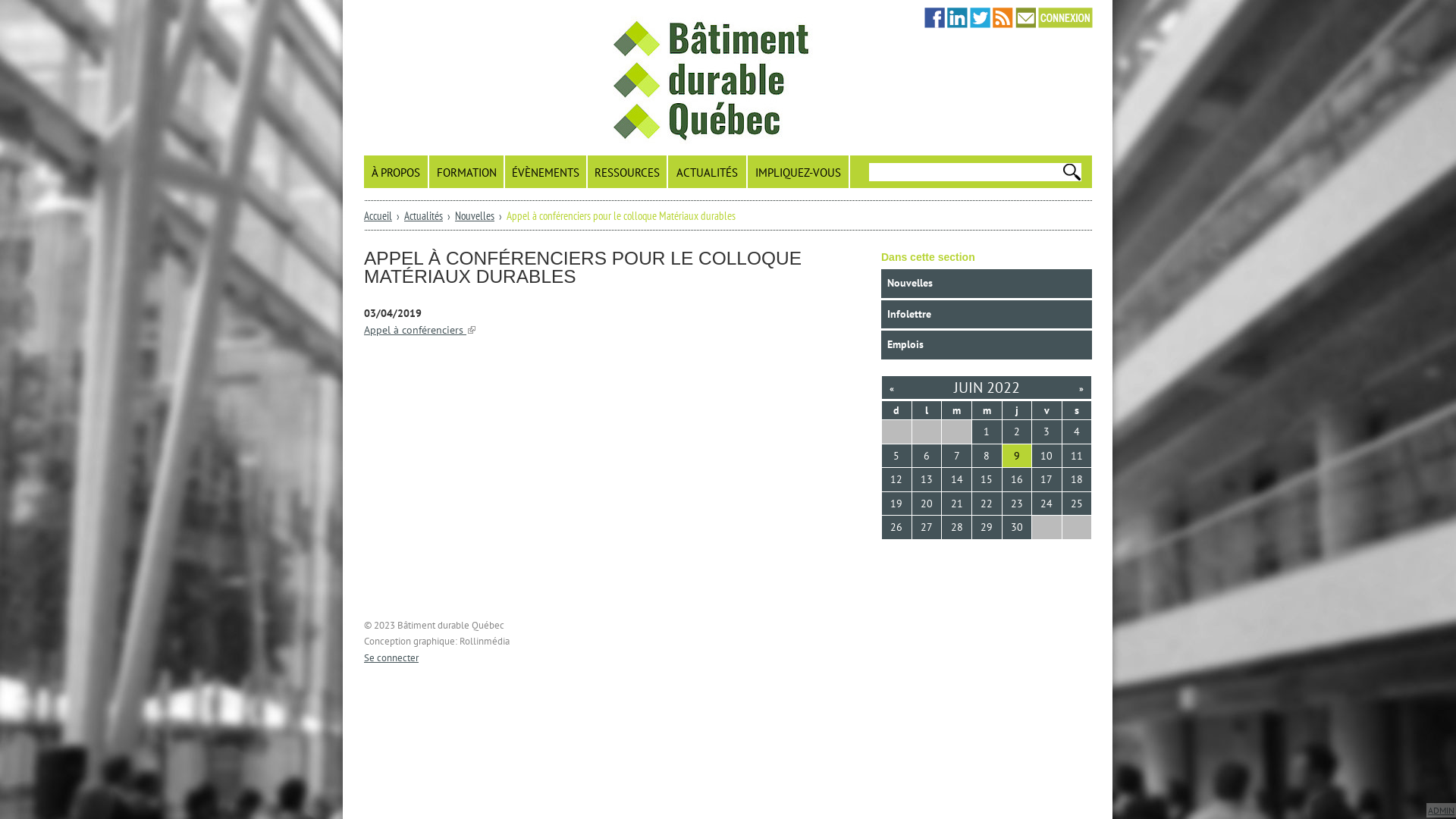 This screenshot has width=1456, height=819. I want to click on 'IMPLIQUEZ-VOUS', so click(747, 171).